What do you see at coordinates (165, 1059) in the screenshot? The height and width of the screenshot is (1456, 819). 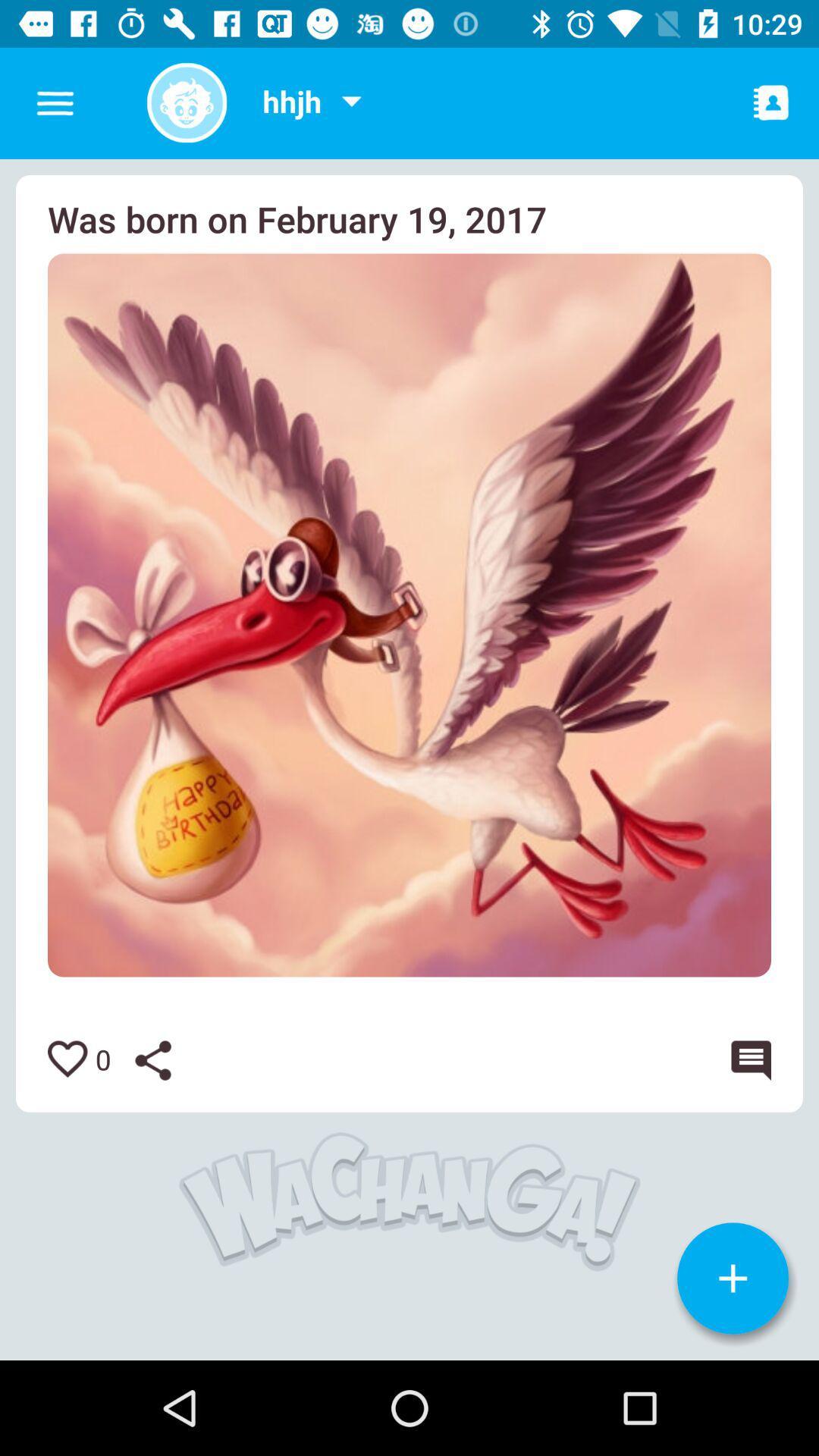 I see `share image` at bounding box center [165, 1059].